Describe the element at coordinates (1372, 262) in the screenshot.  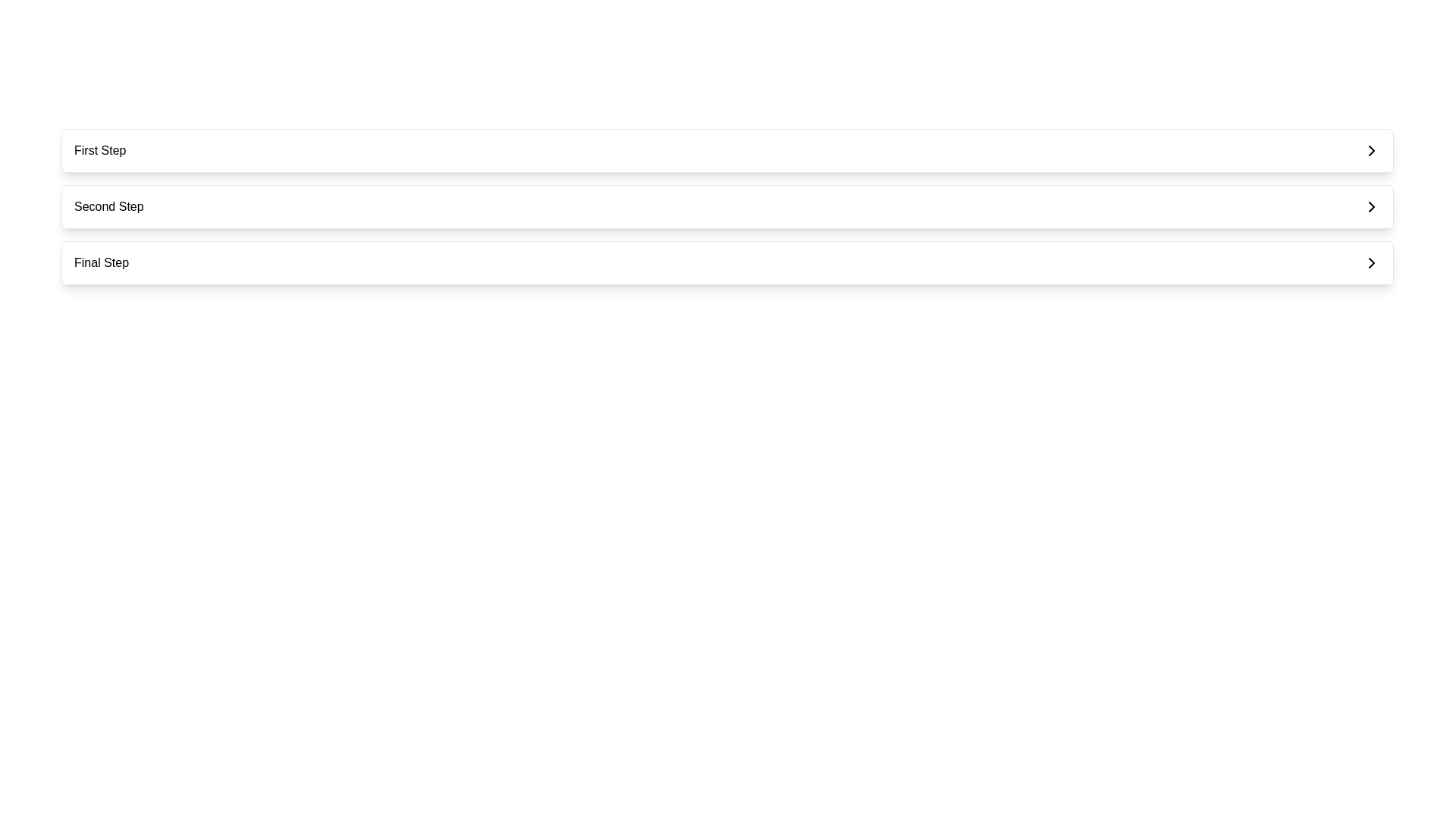
I see `the navigational icon located to the right of the 'Final Step' text to proceed` at that location.